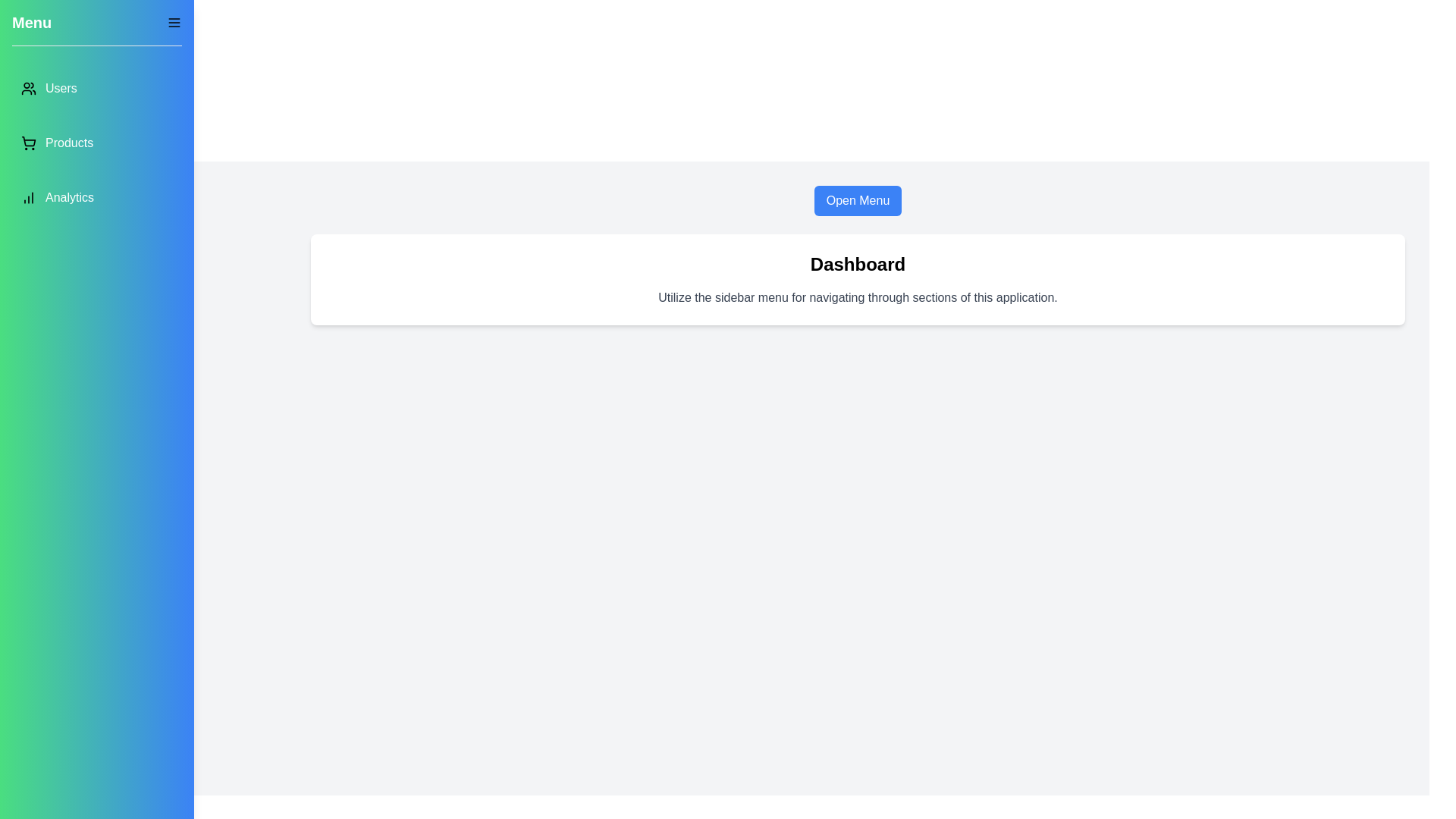  What do you see at coordinates (96, 143) in the screenshot?
I see `the menu item labeled Products to navigate to the respective section` at bounding box center [96, 143].